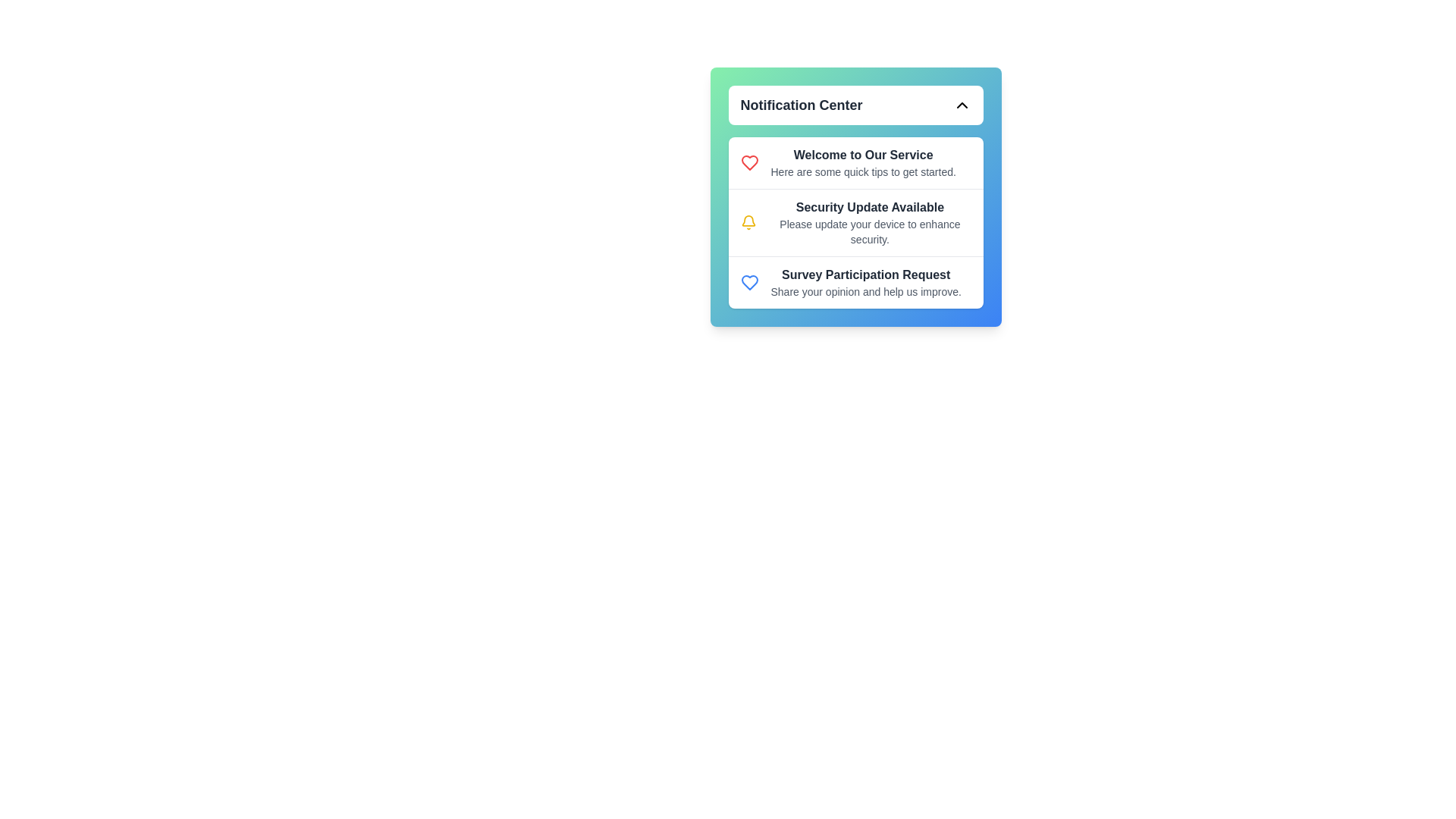  What do you see at coordinates (749, 163) in the screenshot?
I see `the icon associated with the Welcome to Our Service notification` at bounding box center [749, 163].